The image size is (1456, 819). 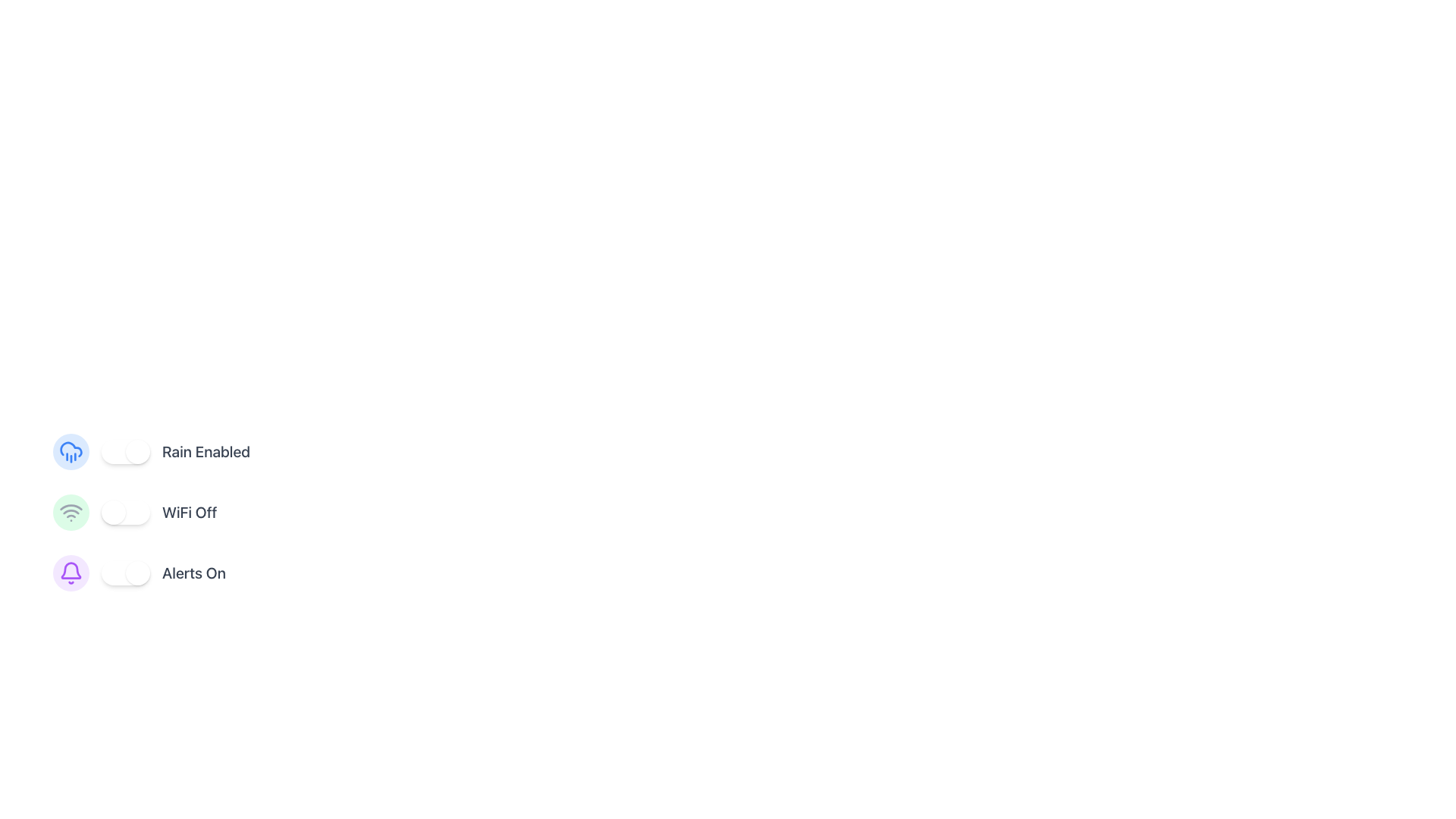 What do you see at coordinates (71, 512) in the screenshot?
I see `the second arc of the WiFi icon, which represents the second strongest signal level, located to the left of the 'WiFi Off' label` at bounding box center [71, 512].